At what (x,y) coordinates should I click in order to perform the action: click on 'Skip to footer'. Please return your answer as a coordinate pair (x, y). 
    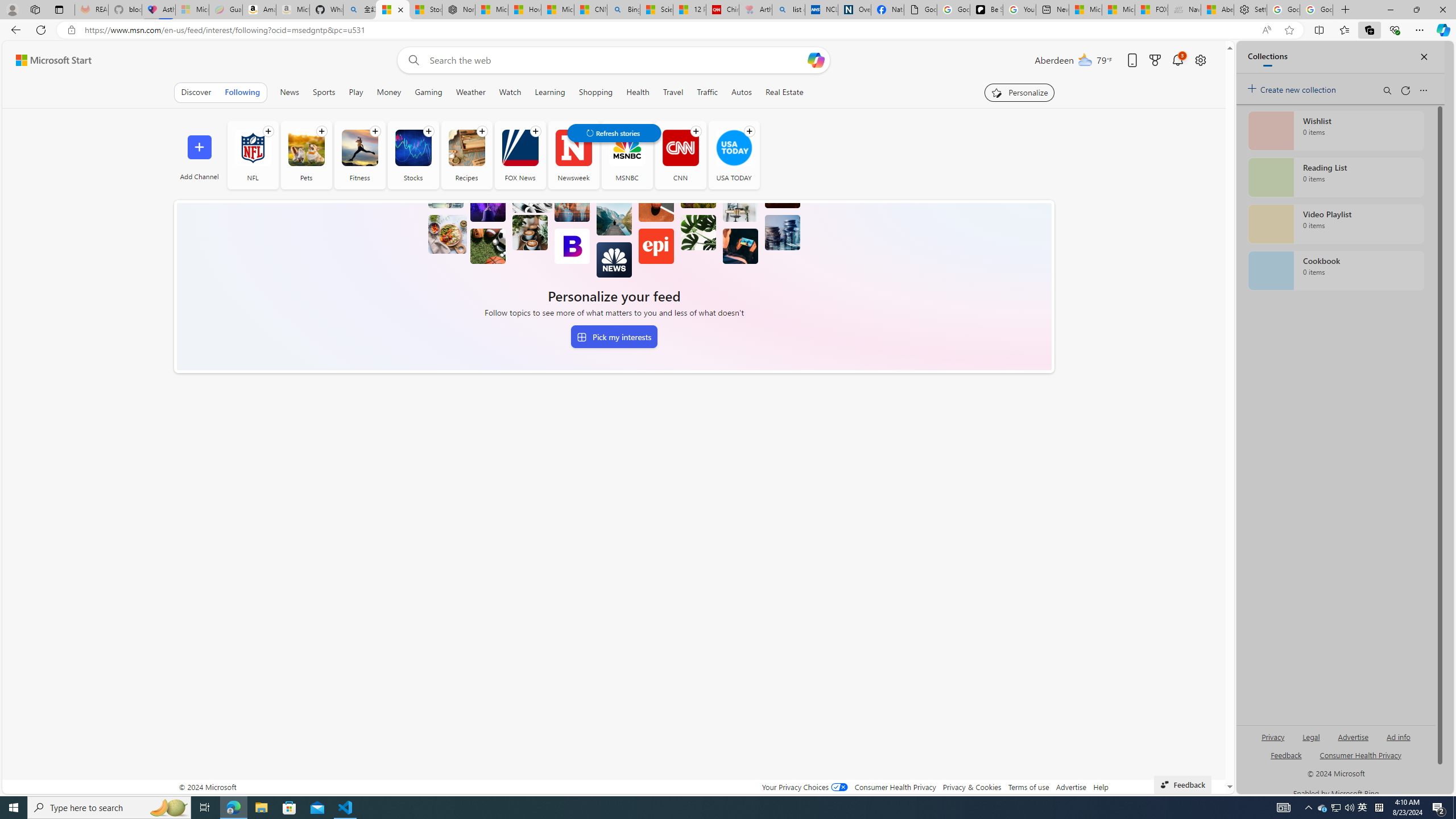
    Looking at the image, I should click on (46, 59).